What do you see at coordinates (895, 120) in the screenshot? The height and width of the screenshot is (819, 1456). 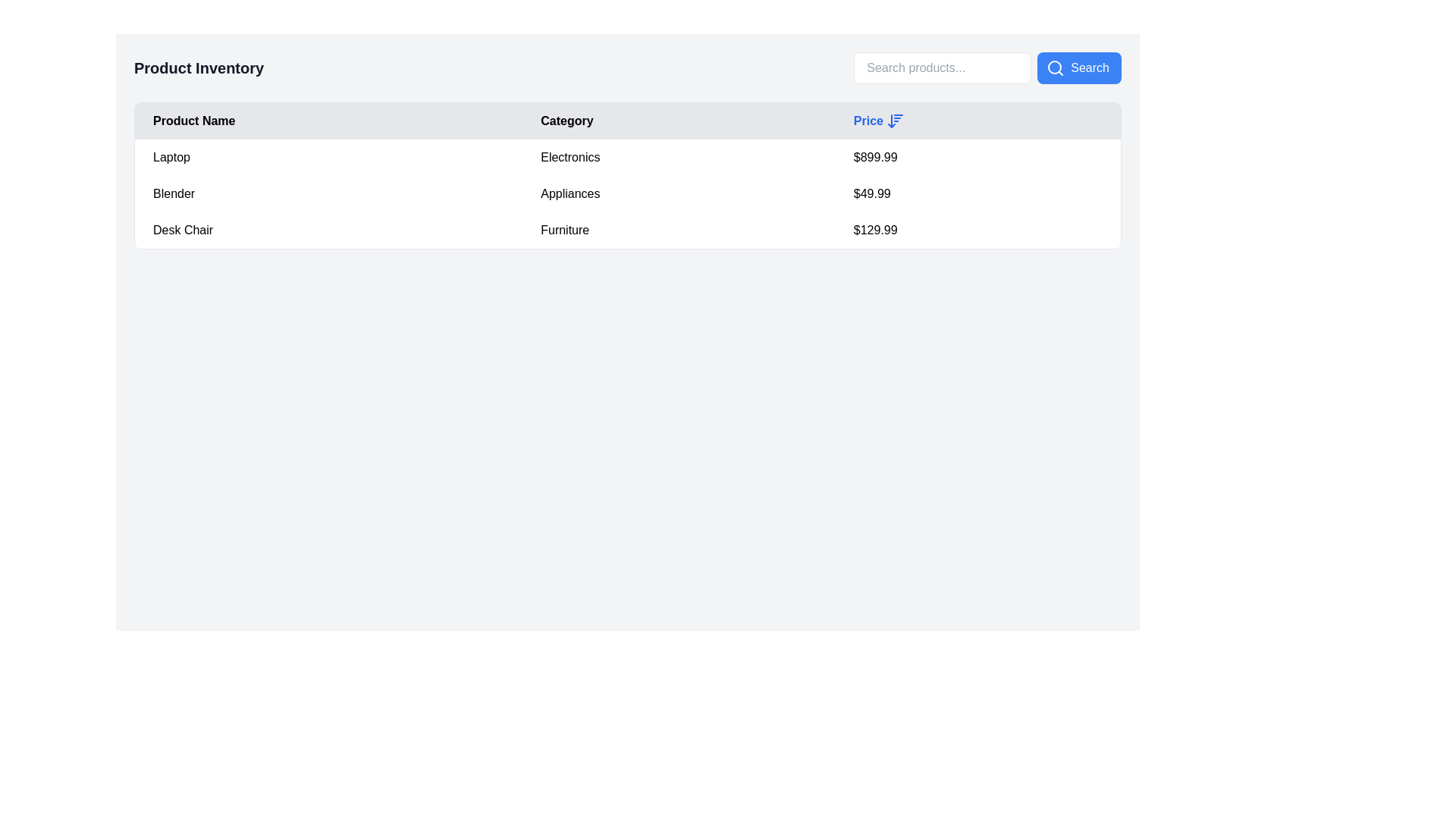 I see `the blue downward arrow icon located immediately to the right of the 'Price' column header to change the sorting order` at bounding box center [895, 120].